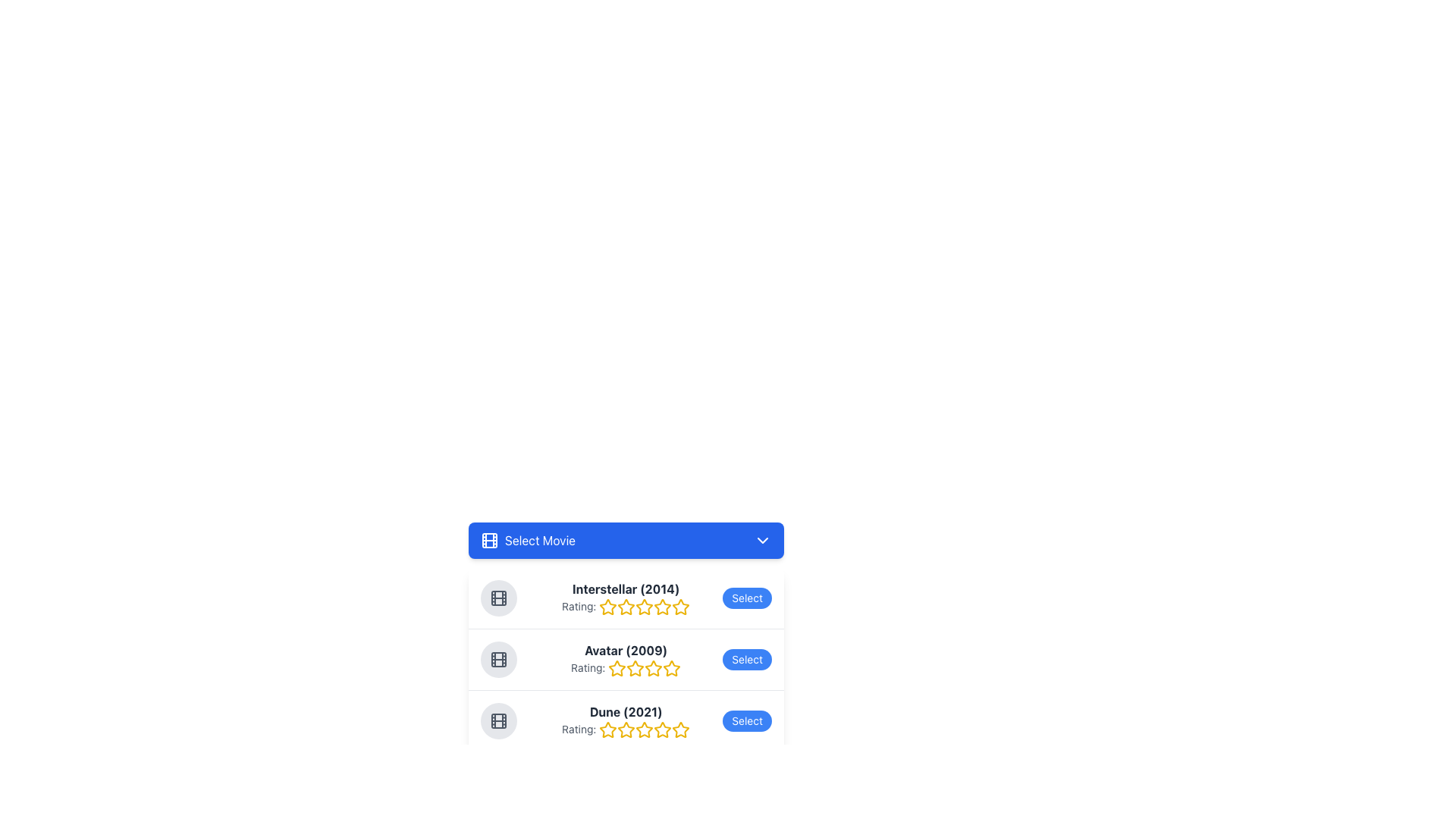 The height and width of the screenshot is (819, 1456). What do you see at coordinates (747, 659) in the screenshot?
I see `the rounded blue 'Select' button with white text, located on the rightmost side of the row for the movie 'Avatar (2009)'` at bounding box center [747, 659].